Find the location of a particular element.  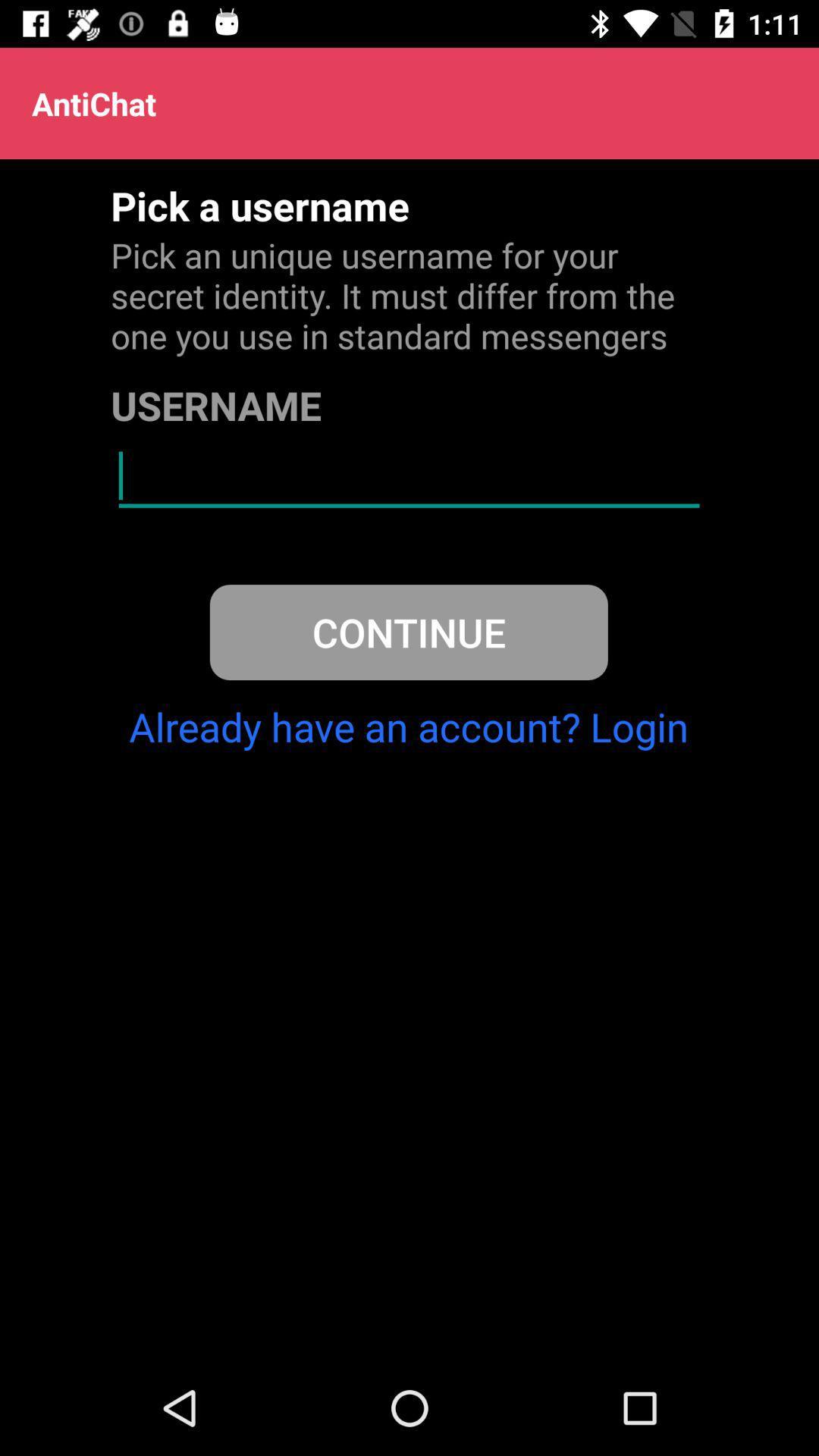

already have an icon is located at coordinates (408, 726).